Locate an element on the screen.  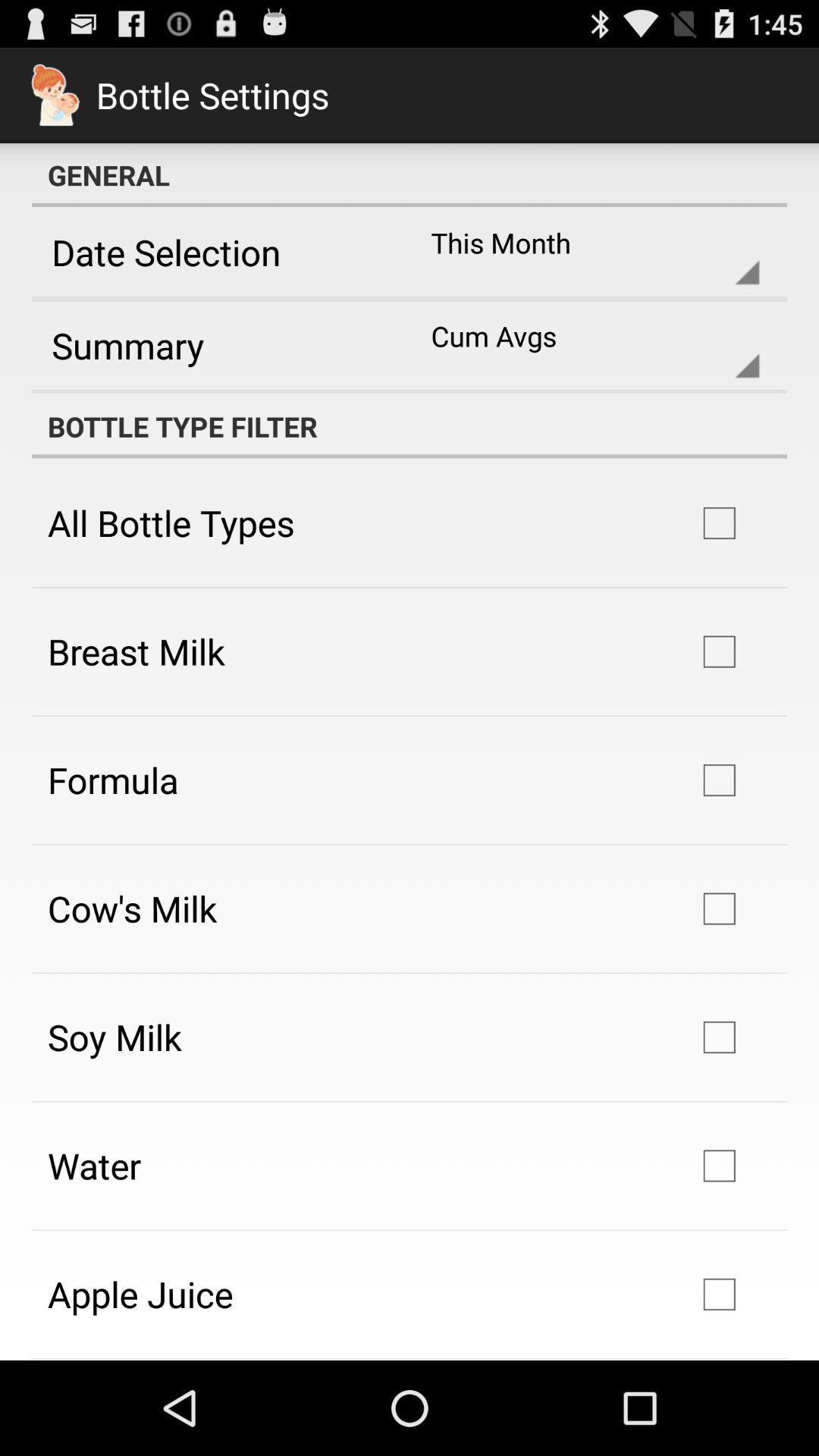
icon to the right of the date selection app is located at coordinates (582, 252).